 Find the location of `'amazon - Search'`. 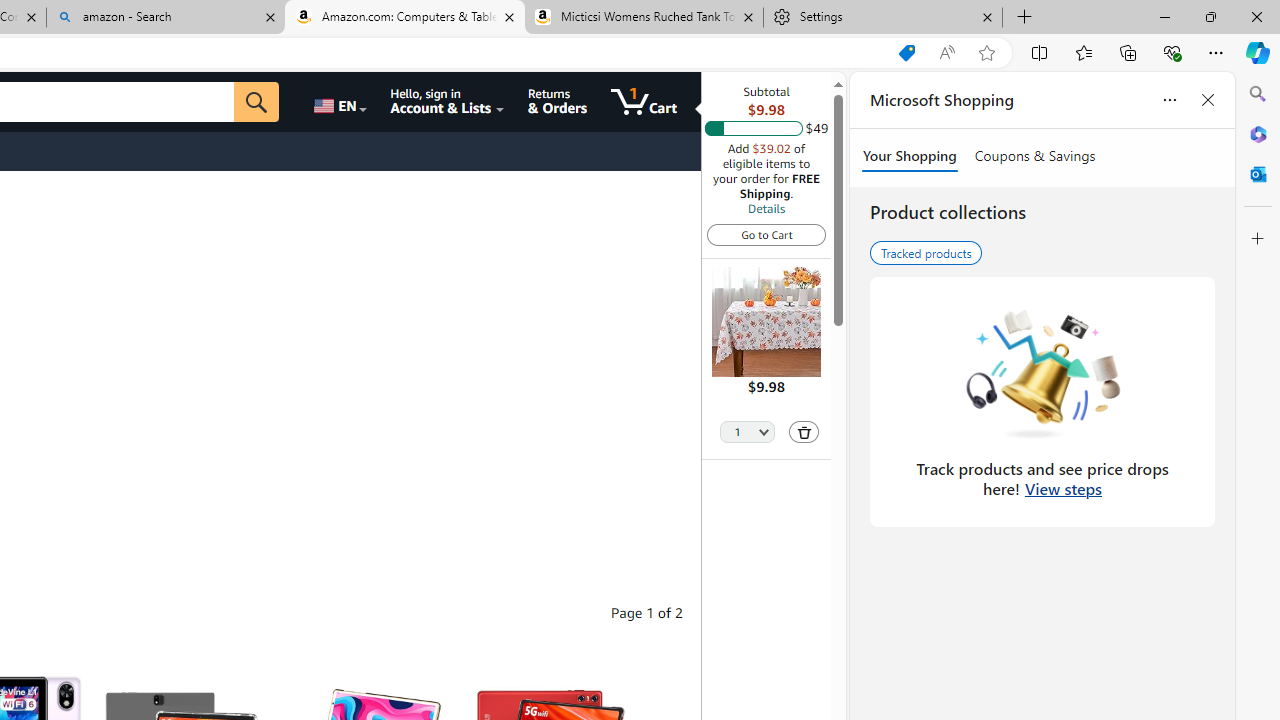

'amazon - Search' is located at coordinates (166, 17).